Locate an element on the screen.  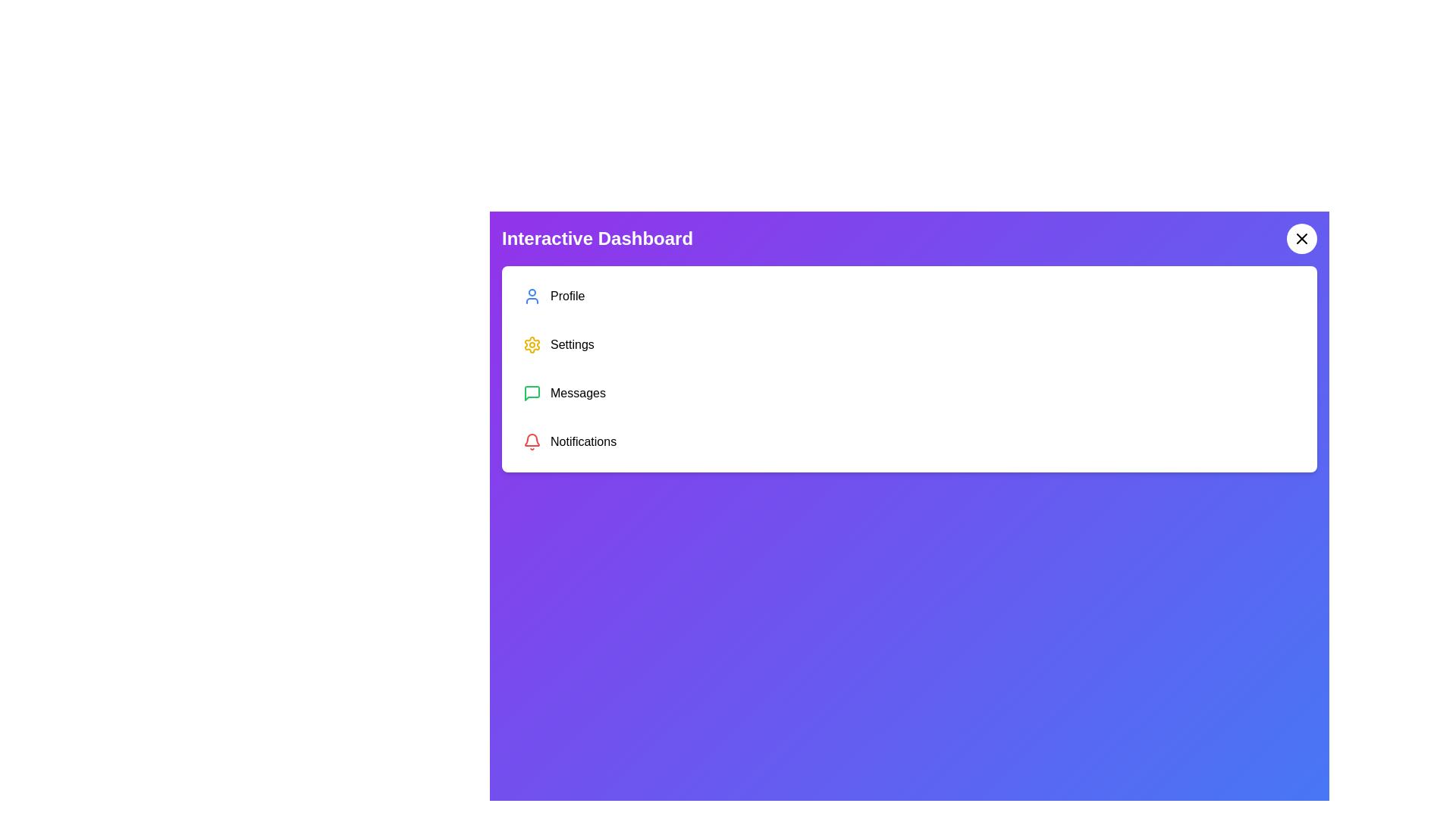
the notification bell icon located in the notification row next to the text 'Notifications' is located at coordinates (532, 440).